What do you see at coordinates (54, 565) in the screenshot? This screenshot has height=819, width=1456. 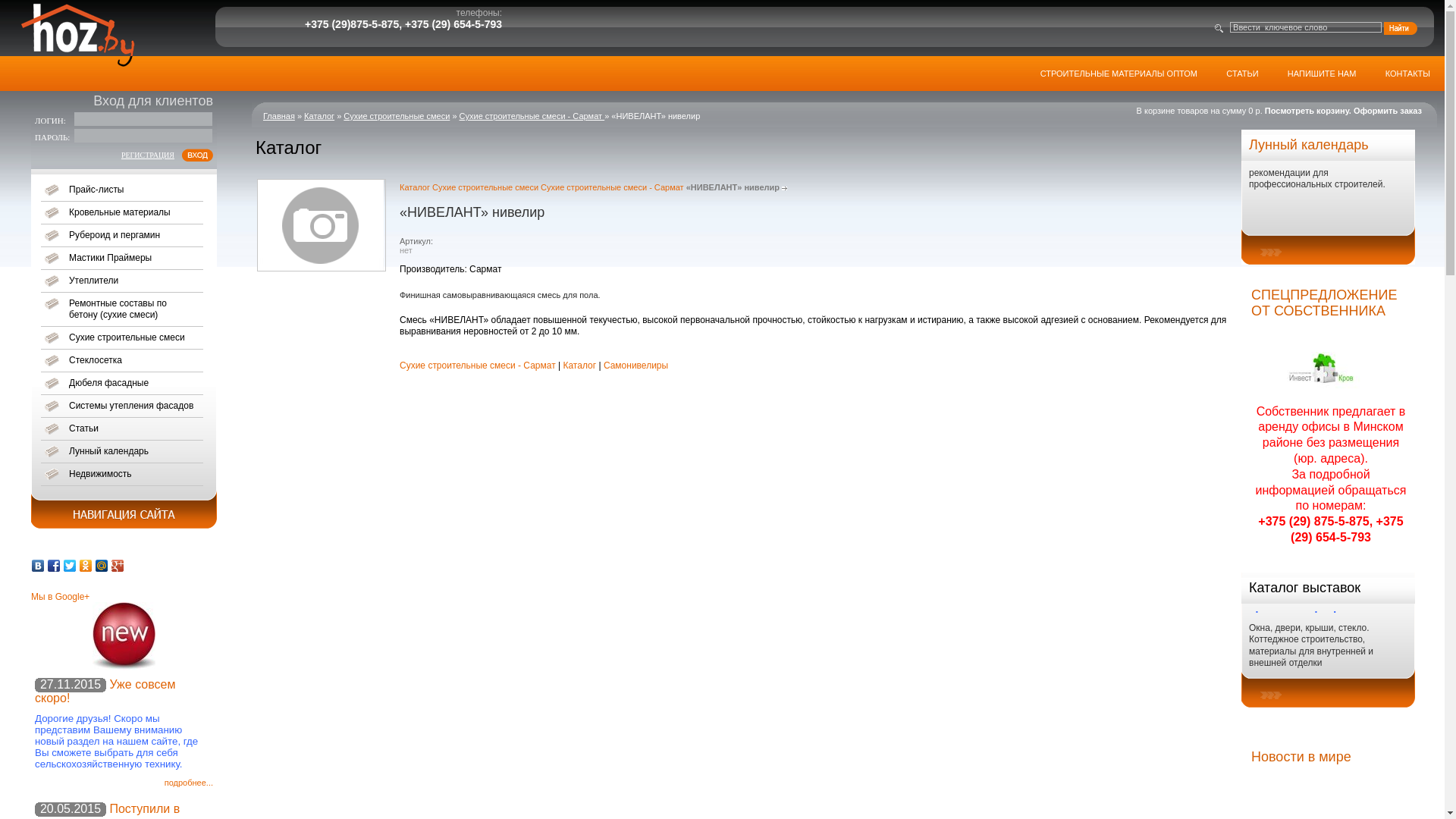 I see `'Facebook'` at bounding box center [54, 565].